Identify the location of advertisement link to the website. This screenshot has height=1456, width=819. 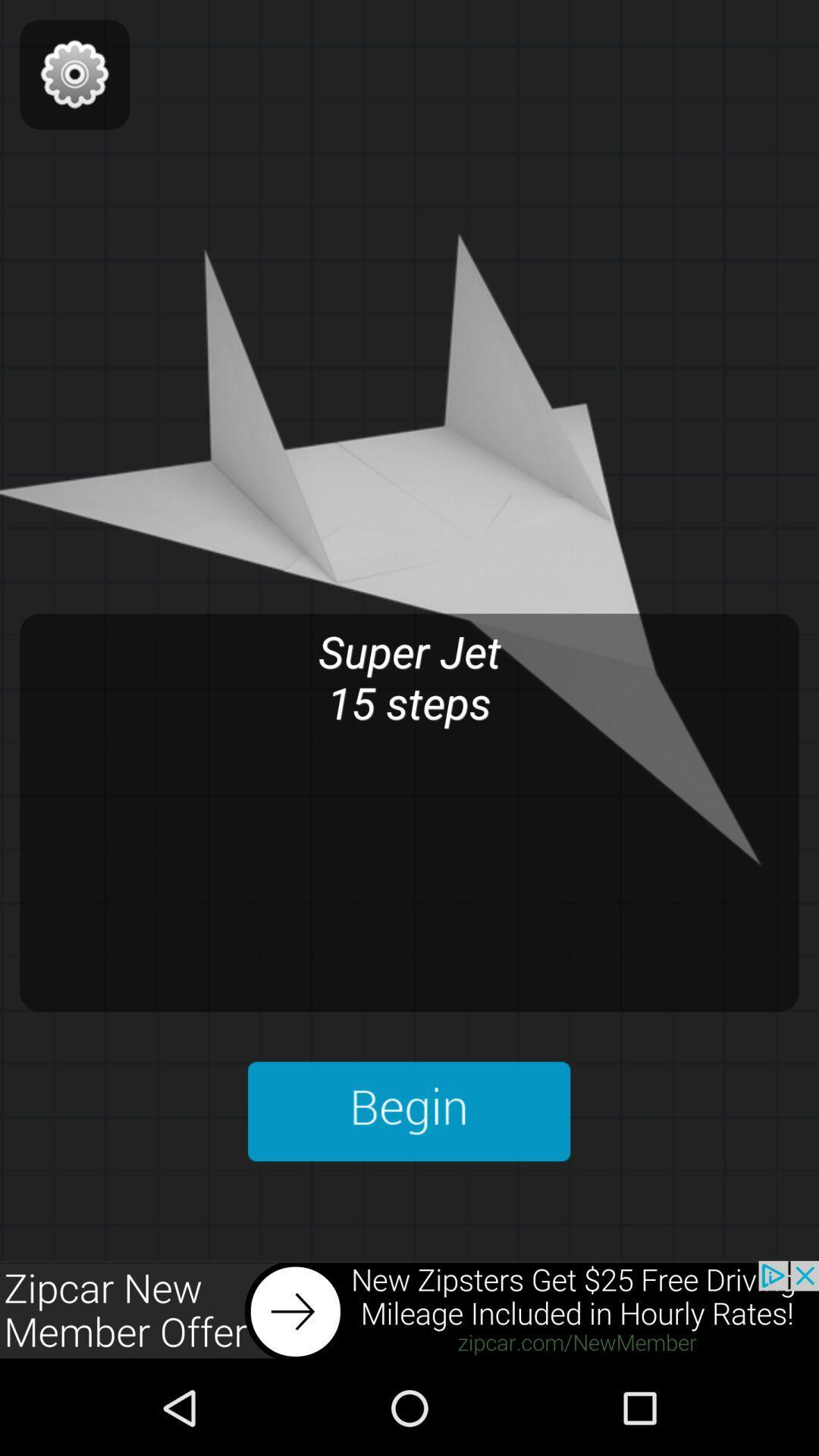
(409, 1310).